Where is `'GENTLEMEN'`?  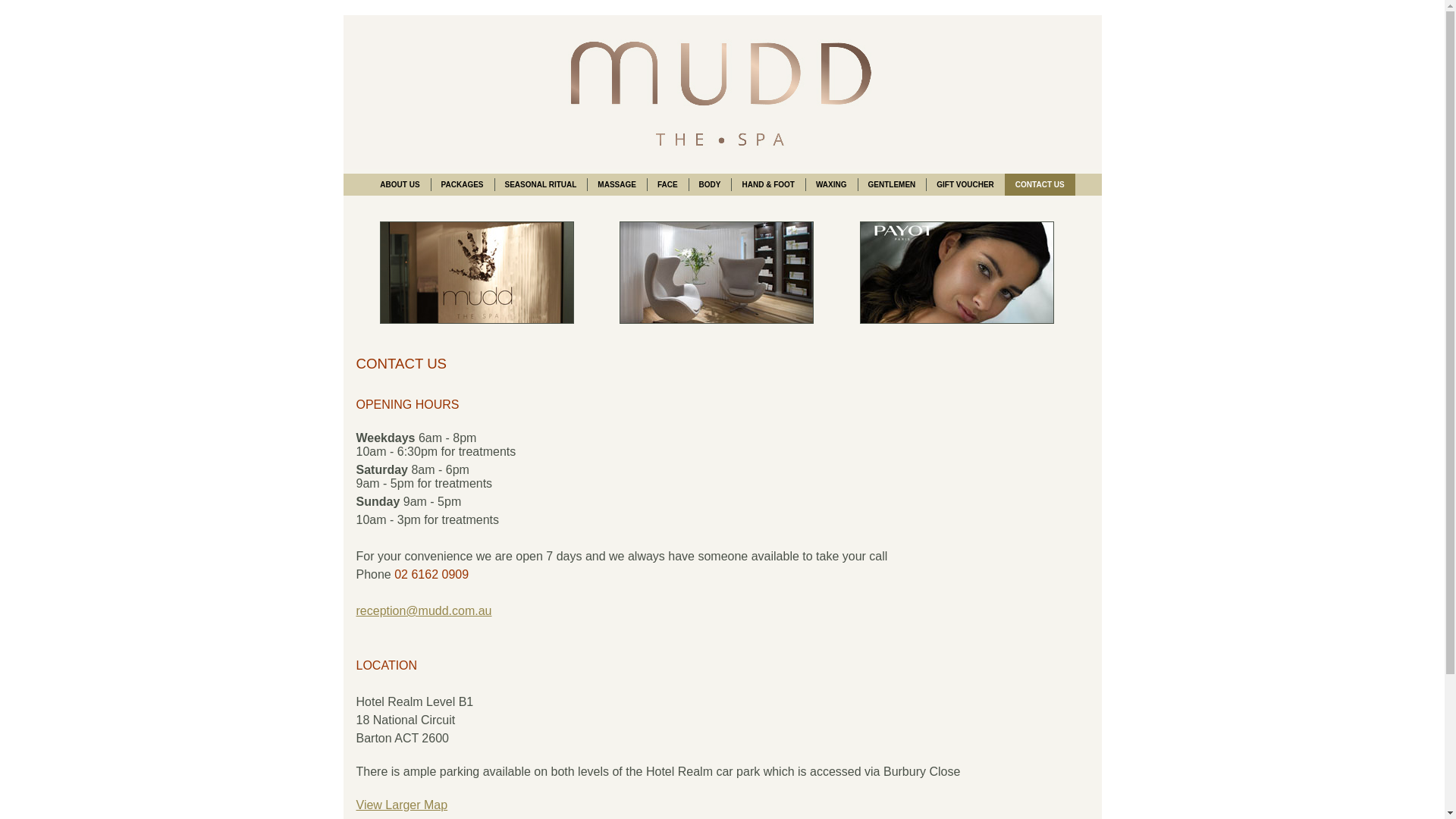
'GENTLEMEN' is located at coordinates (891, 184).